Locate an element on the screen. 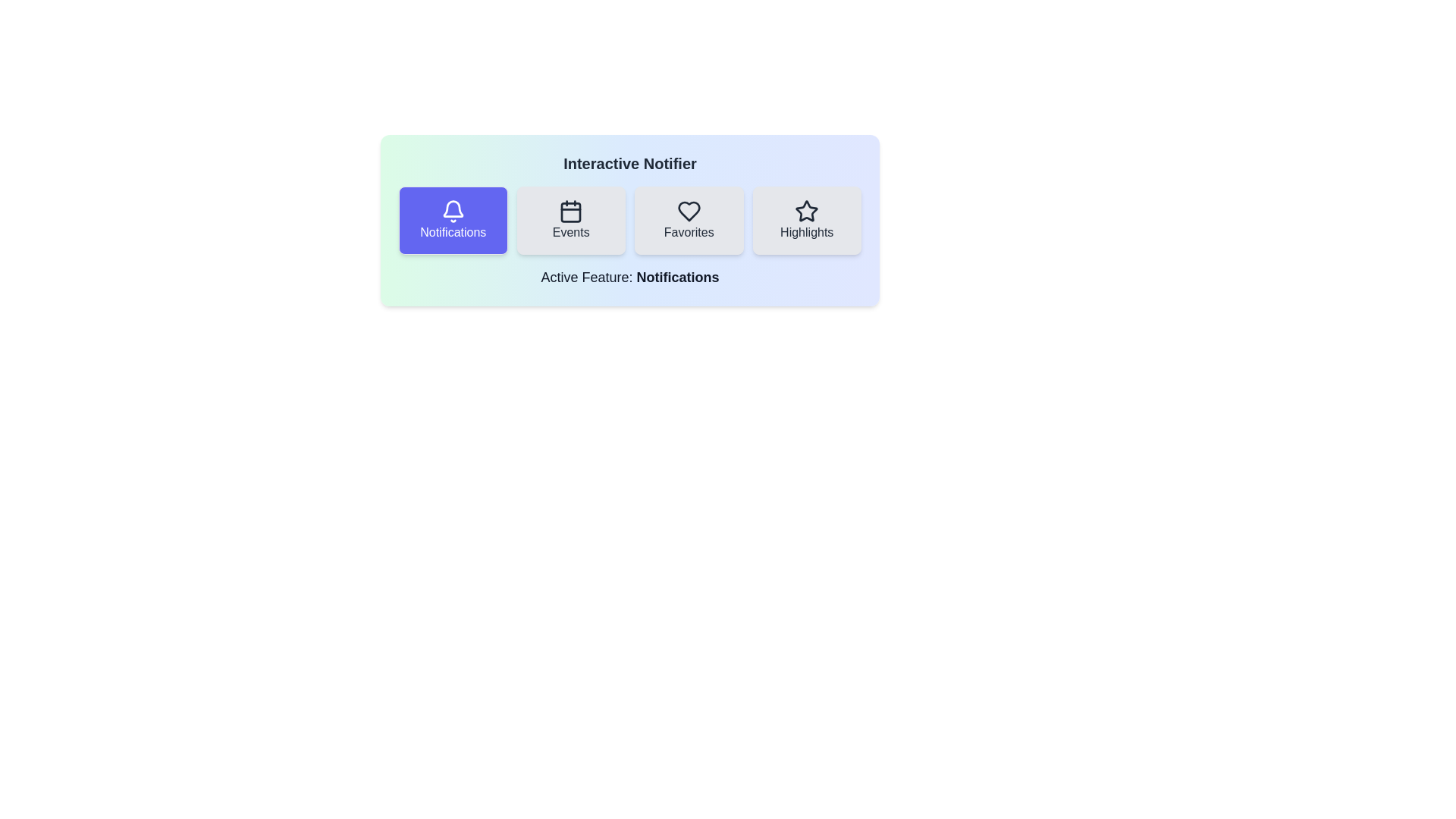  the feature Events by clicking on its button is located at coordinates (570, 220).